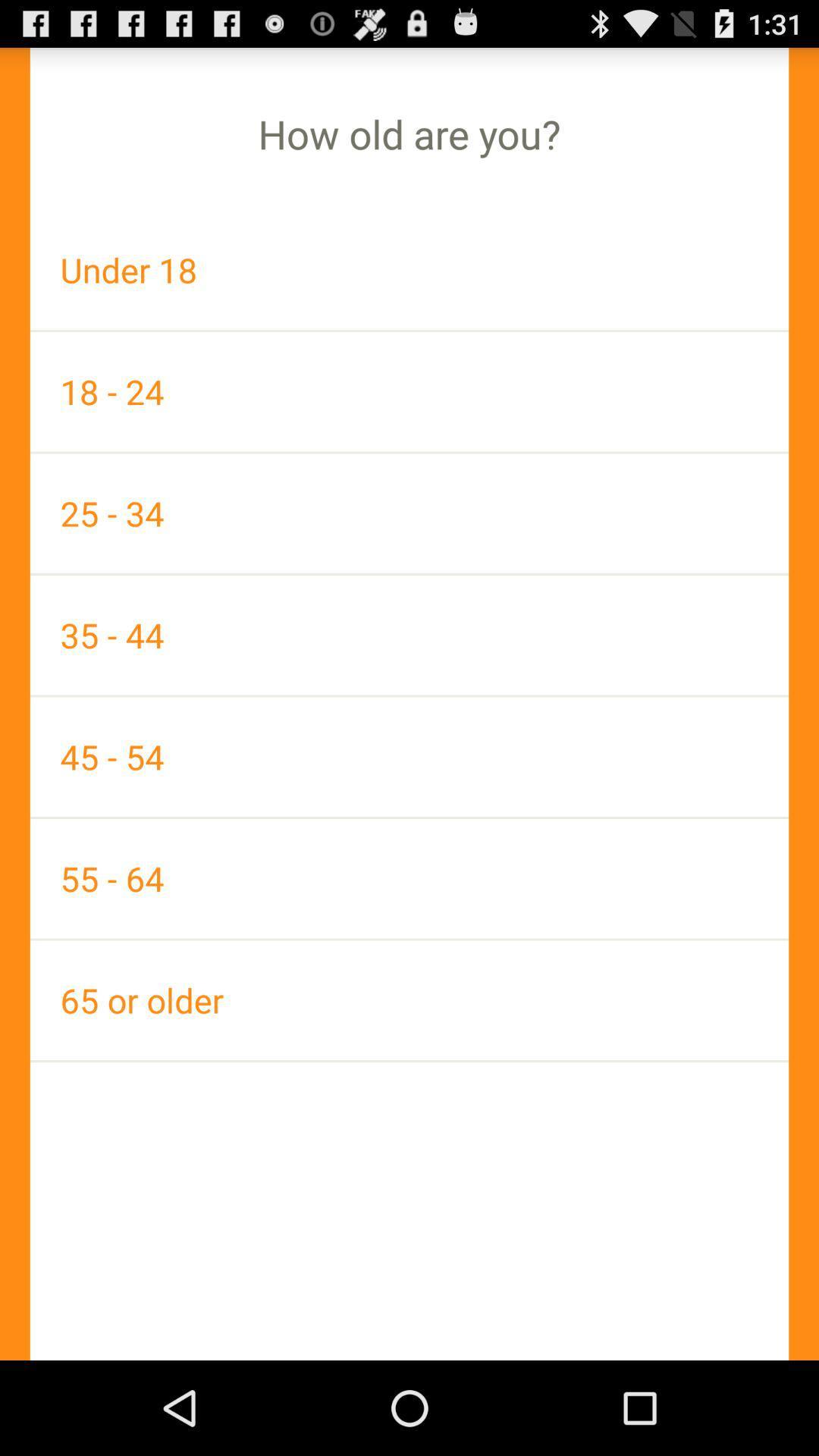  Describe the element at coordinates (409, 757) in the screenshot. I see `the item above 55 - 64 icon` at that location.